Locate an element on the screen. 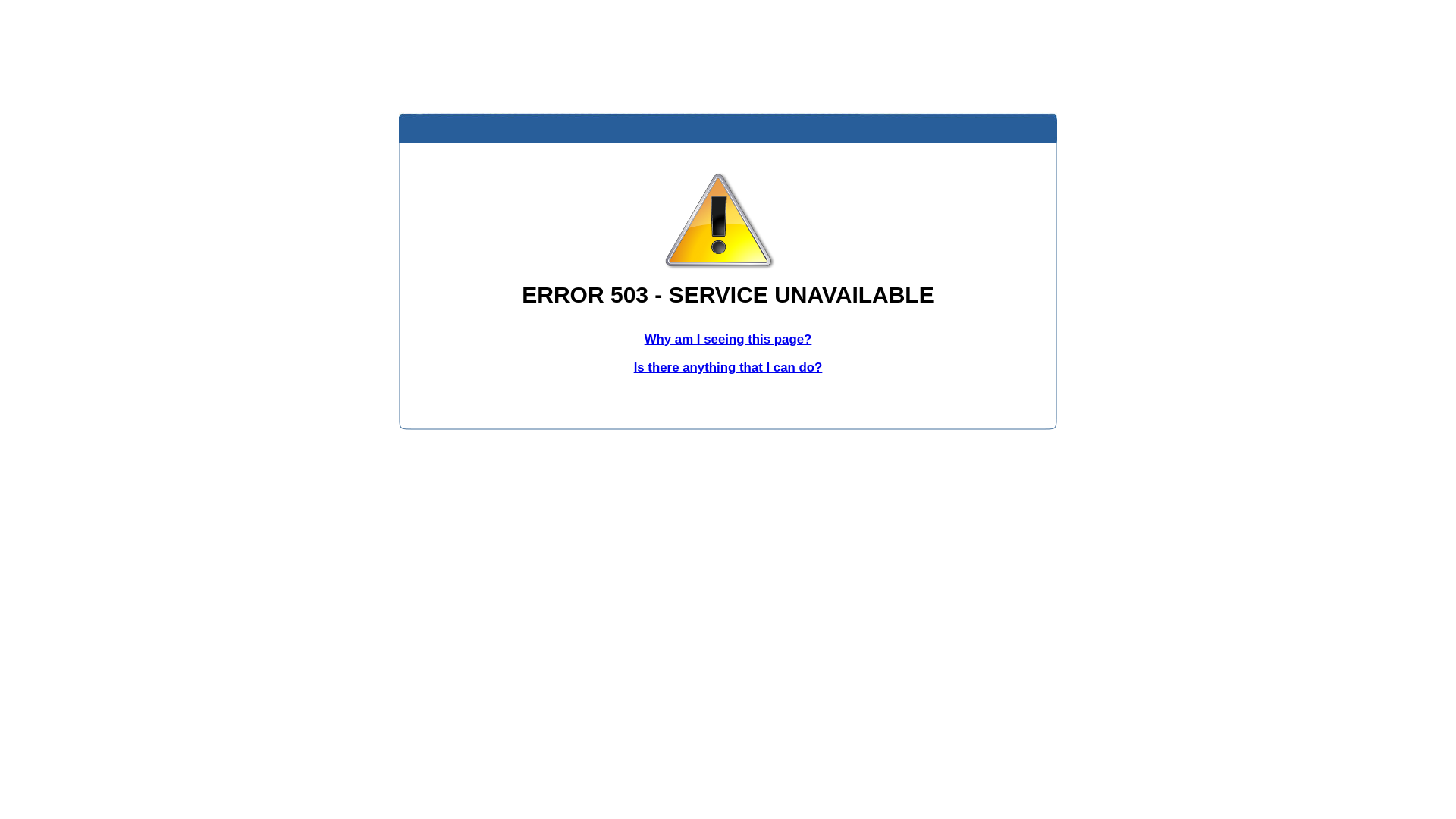 This screenshot has width=1456, height=819. 'Is there anything that I can do?' is located at coordinates (728, 367).